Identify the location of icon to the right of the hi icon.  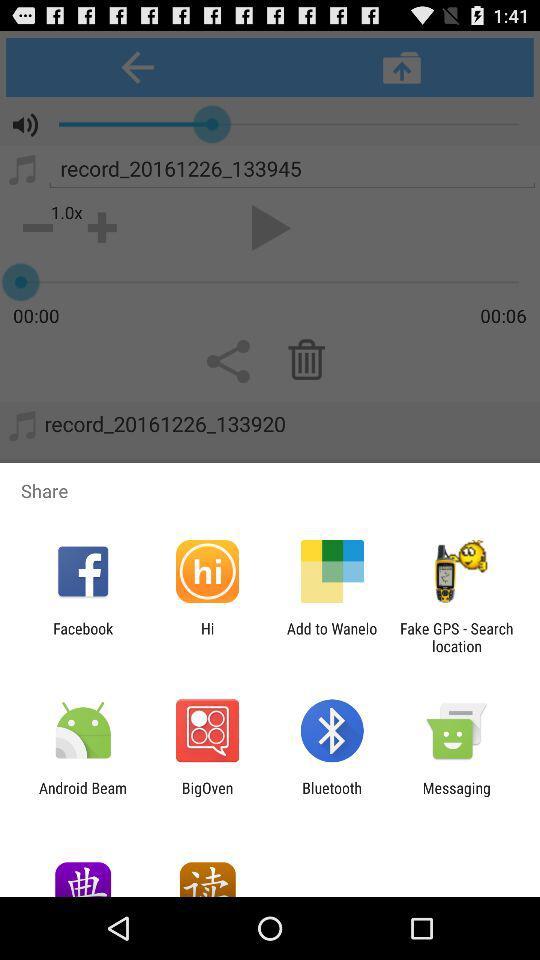
(332, 636).